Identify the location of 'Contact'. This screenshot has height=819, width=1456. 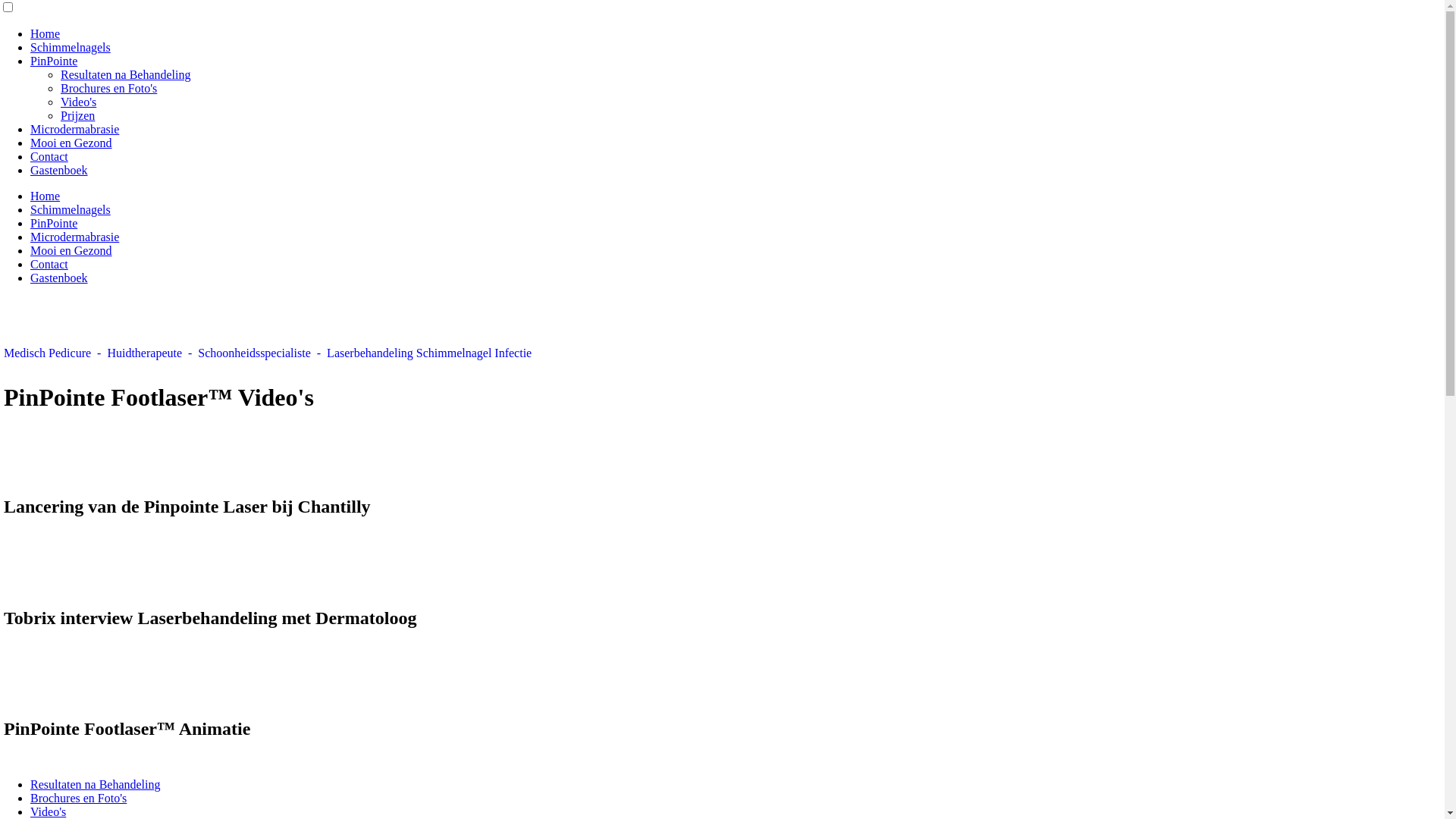
(49, 156).